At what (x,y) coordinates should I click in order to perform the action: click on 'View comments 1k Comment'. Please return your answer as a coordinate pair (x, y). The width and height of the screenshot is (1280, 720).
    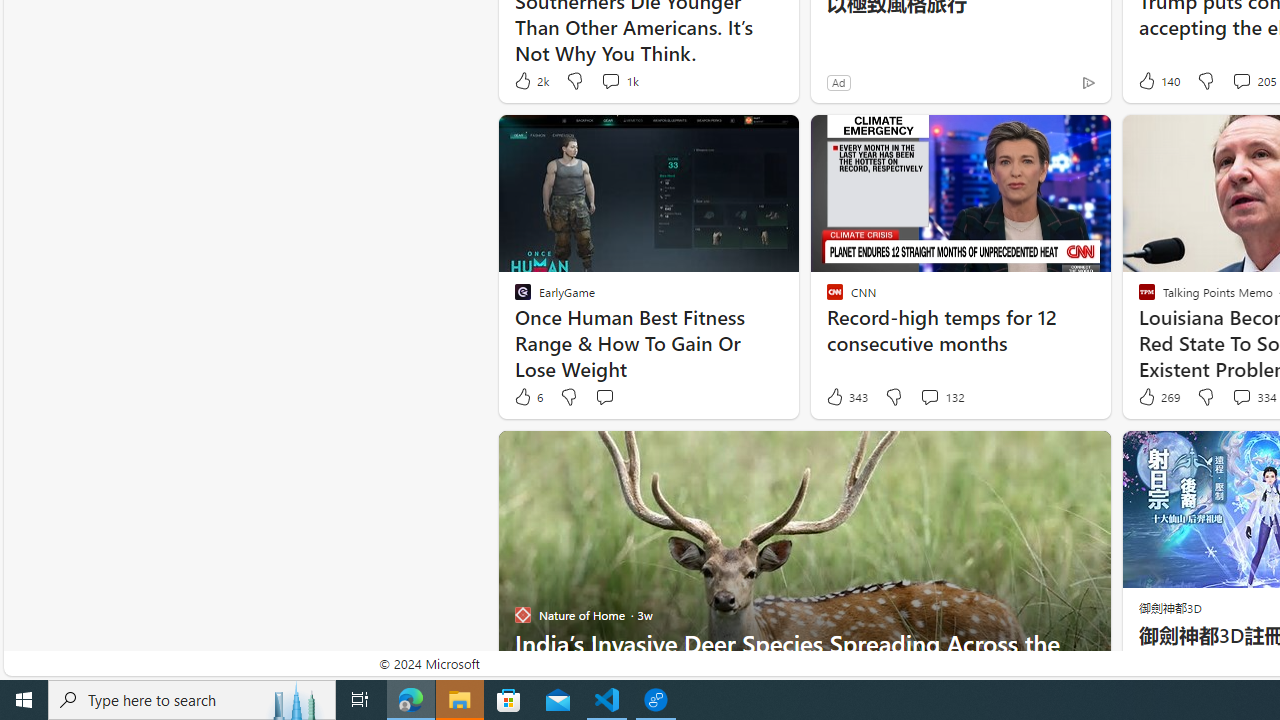
    Looking at the image, I should click on (617, 80).